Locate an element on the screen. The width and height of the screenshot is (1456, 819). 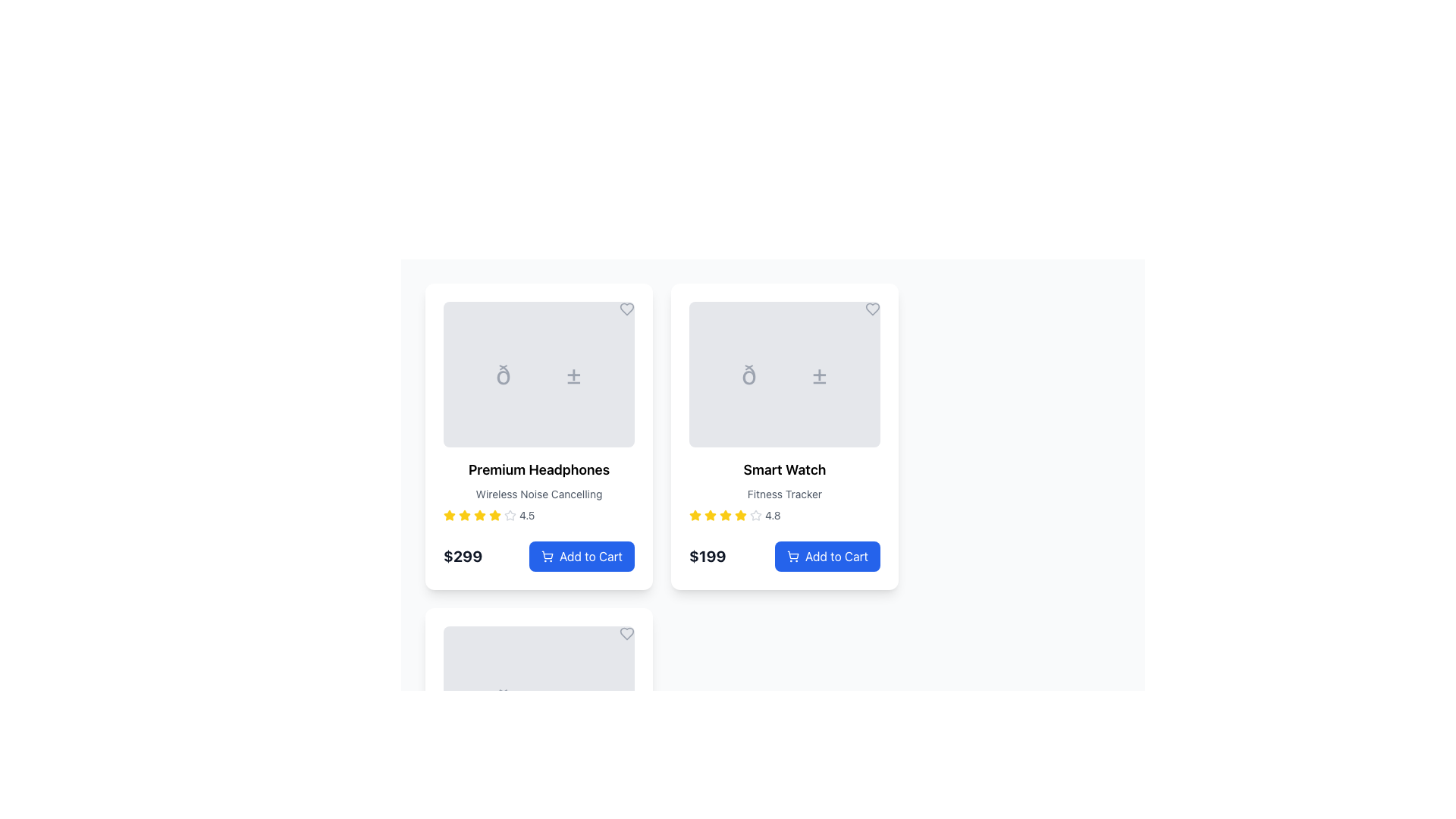
the sixth star icon in the rating system for the 'Premium Headphones' product, which is positioned below the product name and subtitle, and above the price and 'Add to Cart' button is located at coordinates (494, 514).